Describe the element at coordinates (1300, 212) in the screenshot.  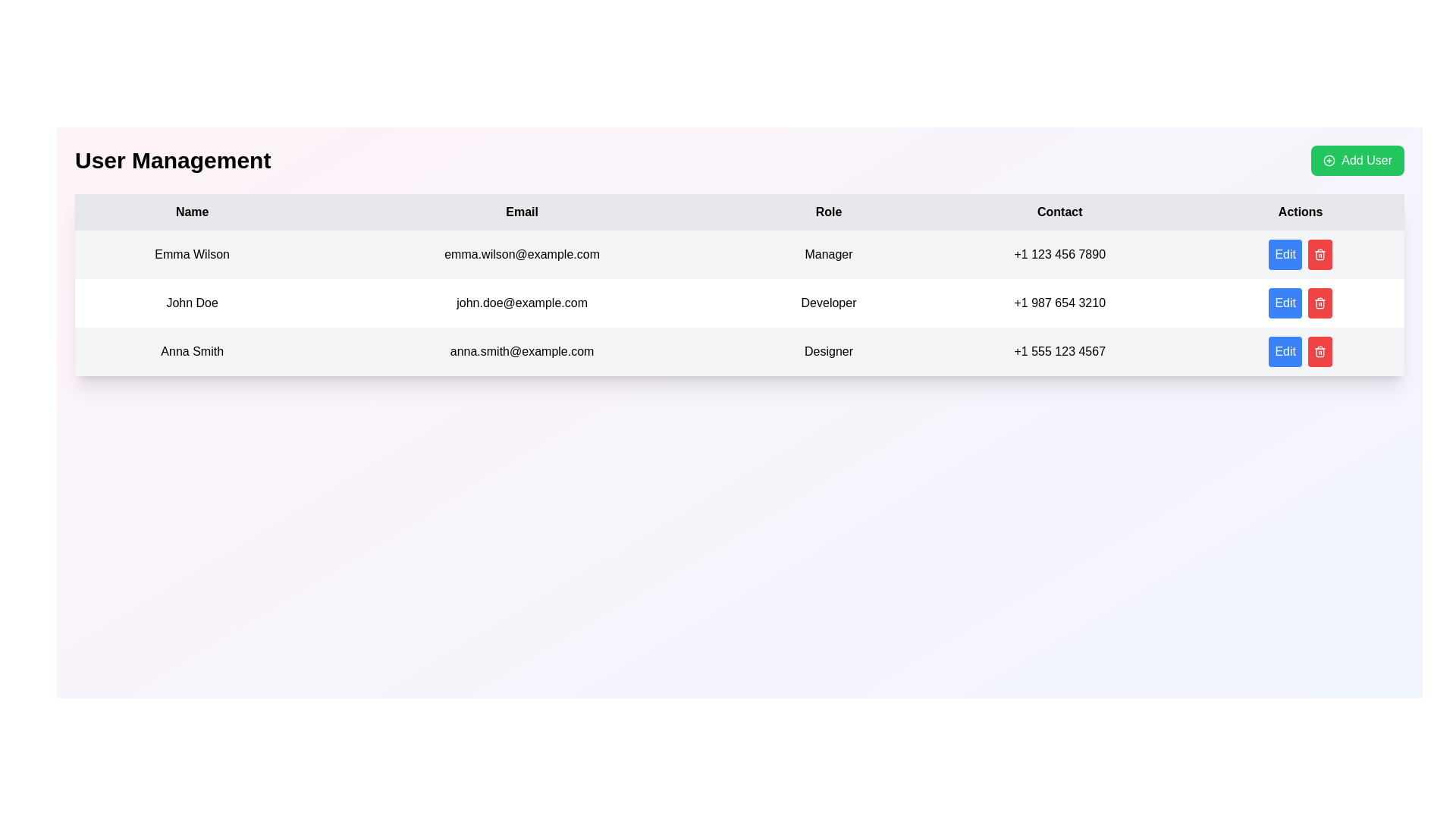
I see `the 'Actions' text label in the header row of the table, which has a gray background and black text, located at the far right of the header` at that location.